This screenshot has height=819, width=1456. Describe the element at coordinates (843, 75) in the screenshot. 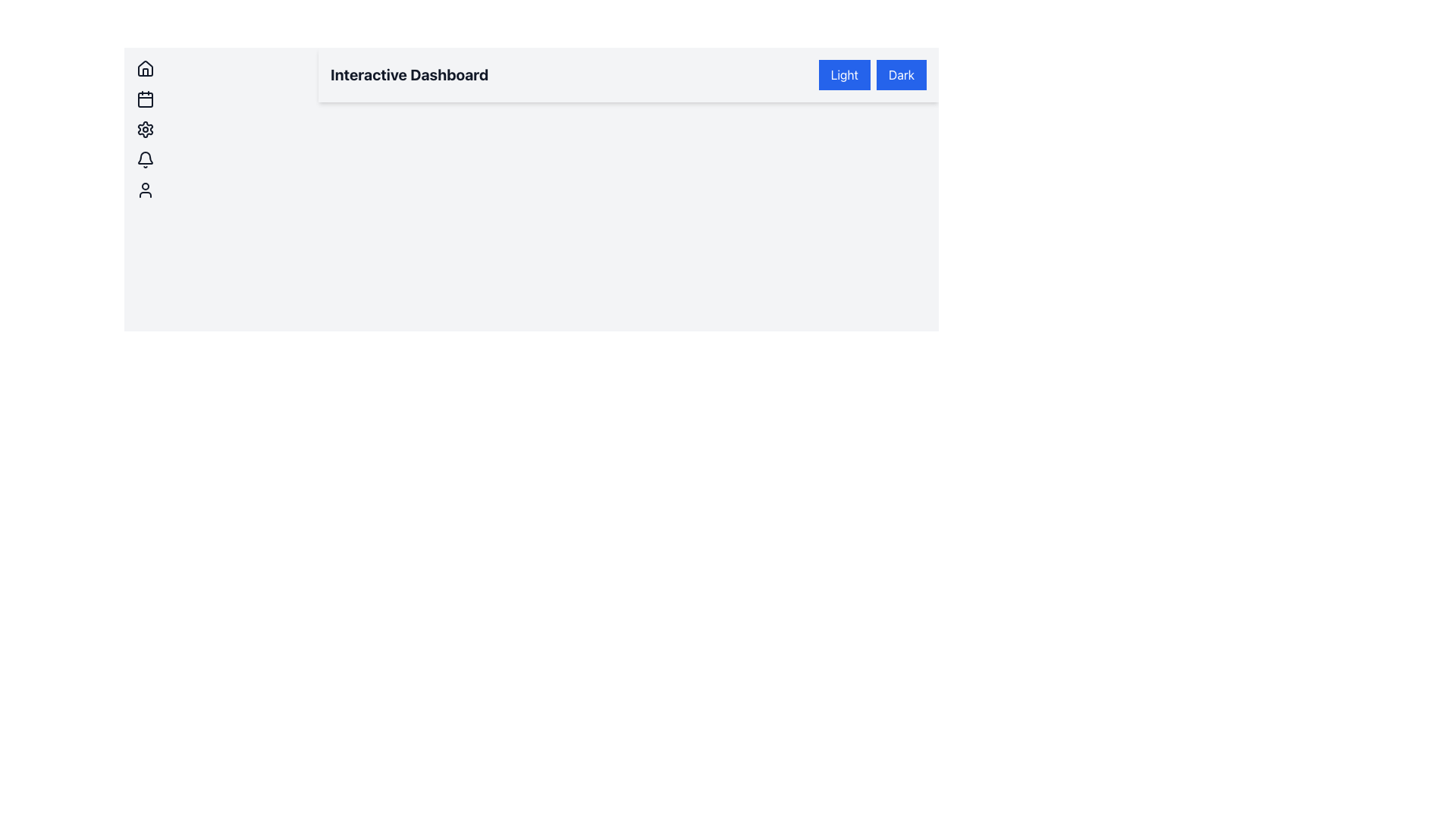

I see `the rectangular 'Light' button with a blue background and white text` at that location.